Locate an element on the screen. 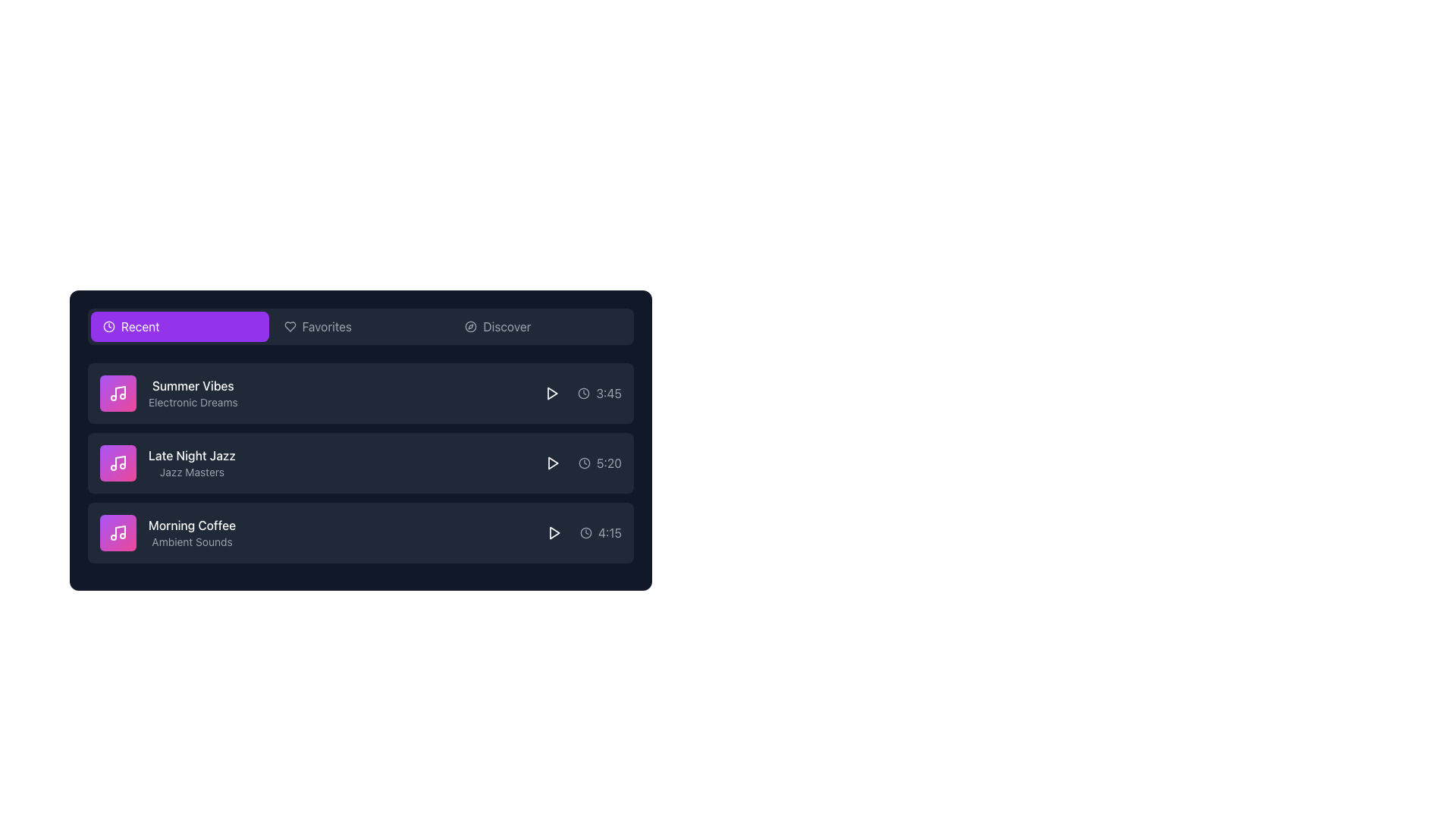 Image resolution: width=1456 pixels, height=819 pixels. the music track icon located to the left of the text label 'Late Night Jazz' to interact with it is located at coordinates (118, 462).